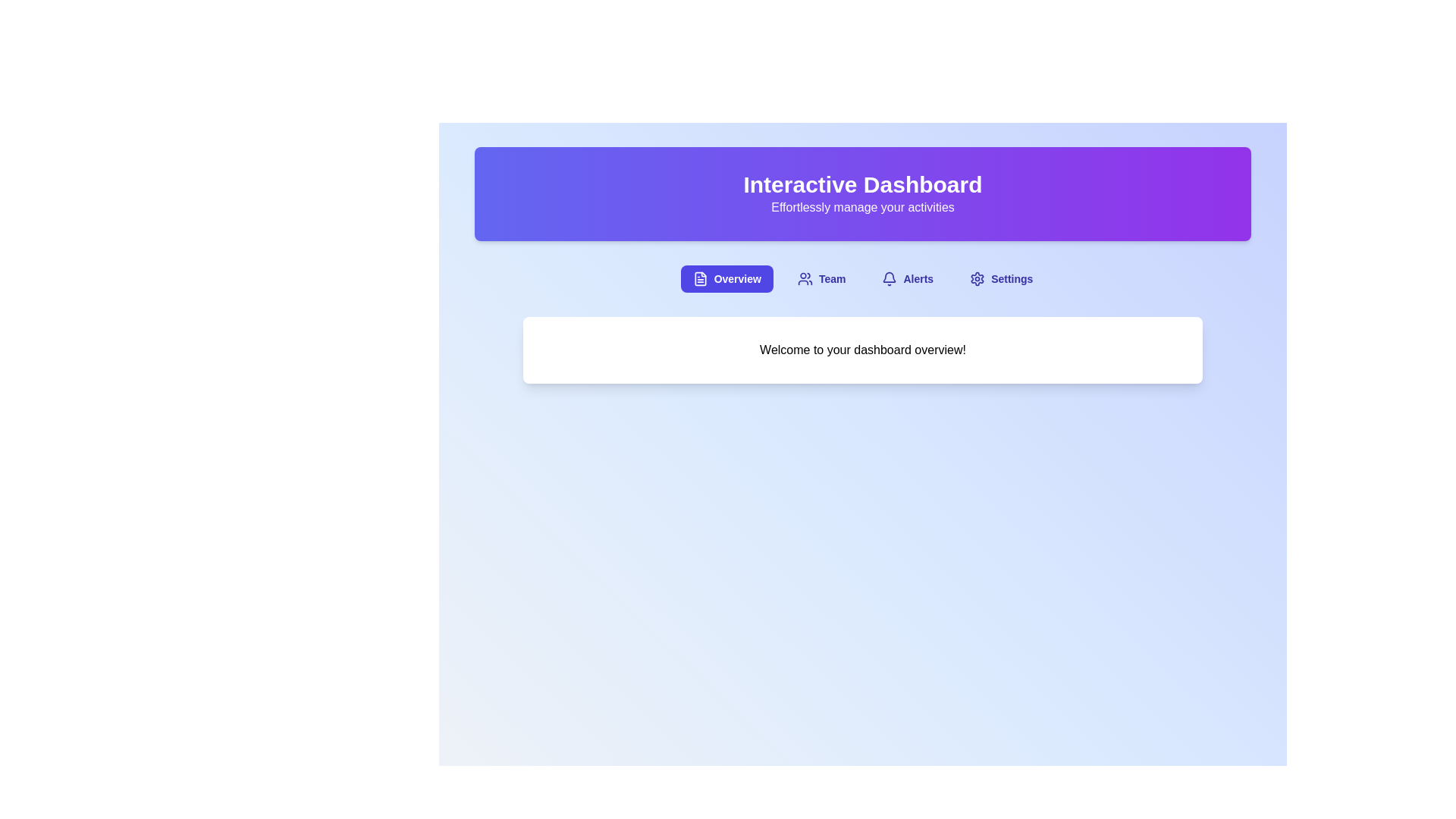 This screenshot has height=819, width=1456. Describe the element at coordinates (890, 278) in the screenshot. I see `the bell-shaped notification icon located in the horizontal navigation bar` at that location.